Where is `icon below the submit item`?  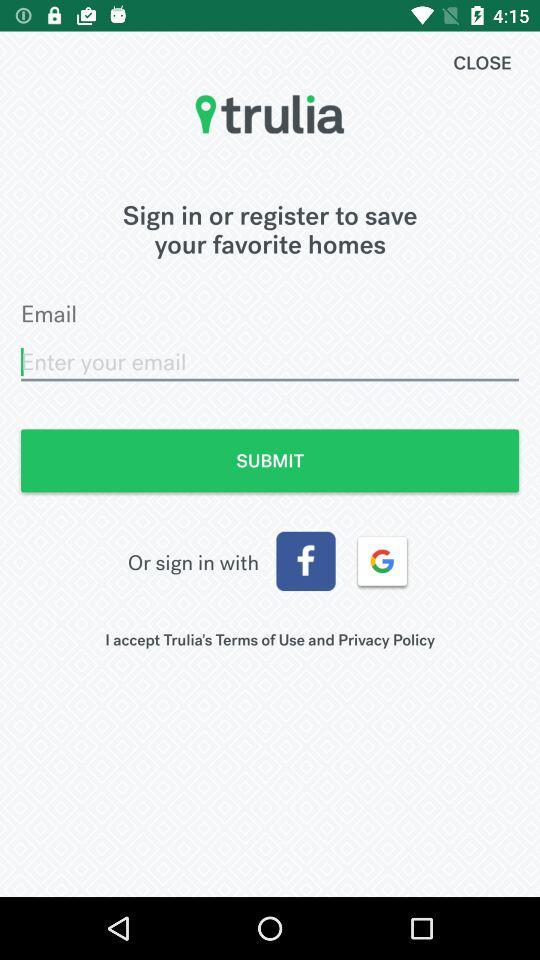 icon below the submit item is located at coordinates (306, 561).